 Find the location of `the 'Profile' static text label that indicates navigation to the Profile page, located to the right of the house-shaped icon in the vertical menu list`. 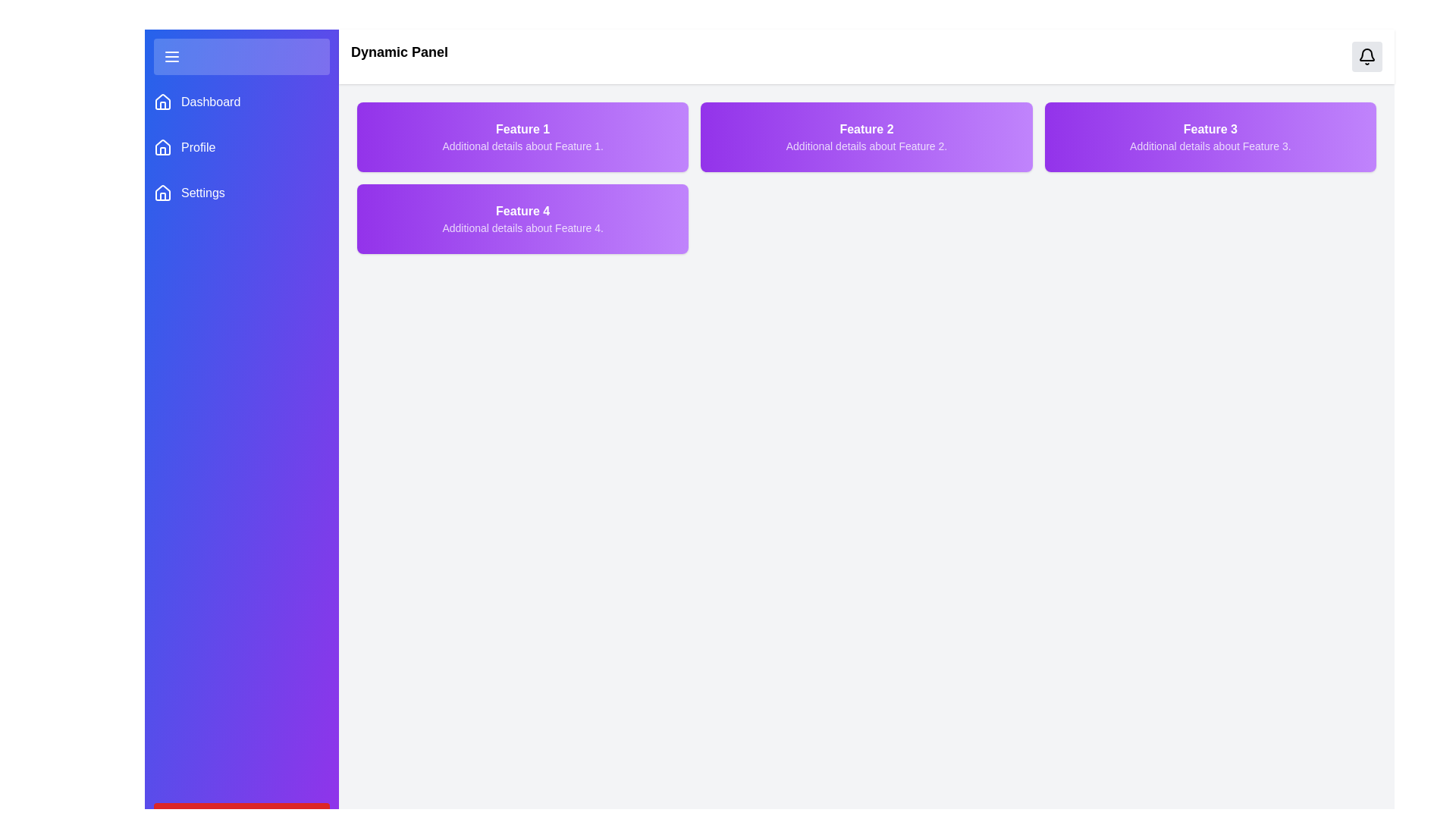

the 'Profile' static text label that indicates navigation to the Profile page, located to the right of the house-shaped icon in the vertical menu list is located at coordinates (197, 148).